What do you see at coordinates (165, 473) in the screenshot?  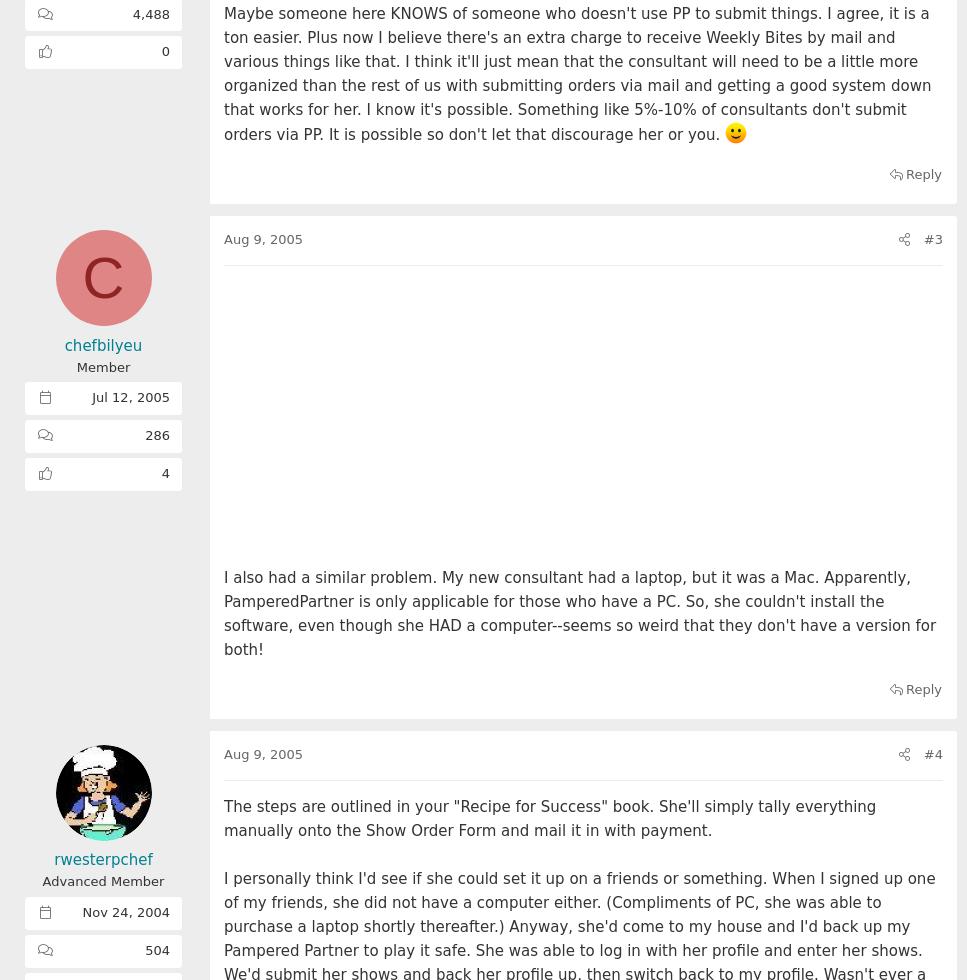 I see `'4'` at bounding box center [165, 473].